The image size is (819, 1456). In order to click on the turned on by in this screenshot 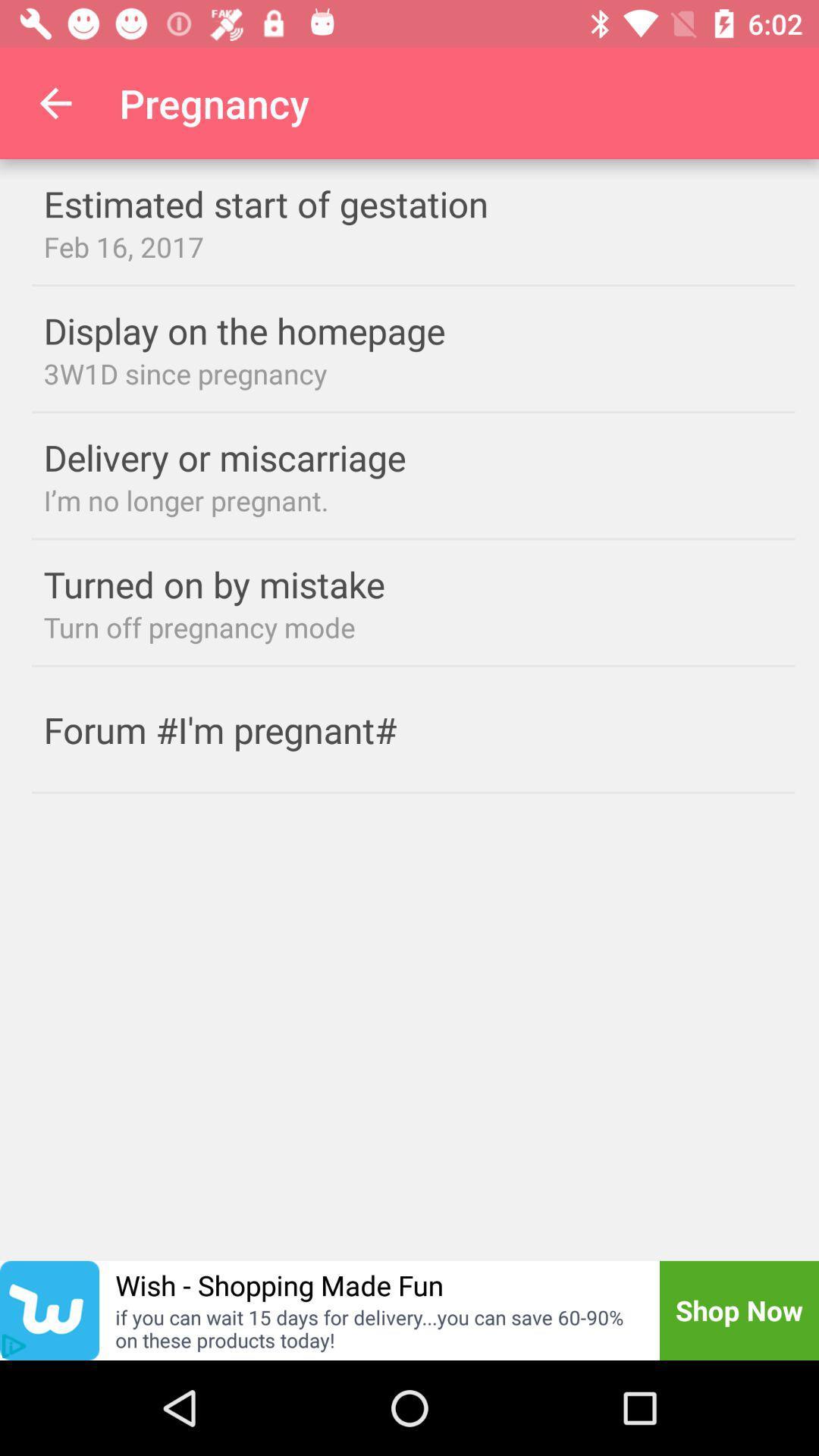, I will do `click(243, 583)`.